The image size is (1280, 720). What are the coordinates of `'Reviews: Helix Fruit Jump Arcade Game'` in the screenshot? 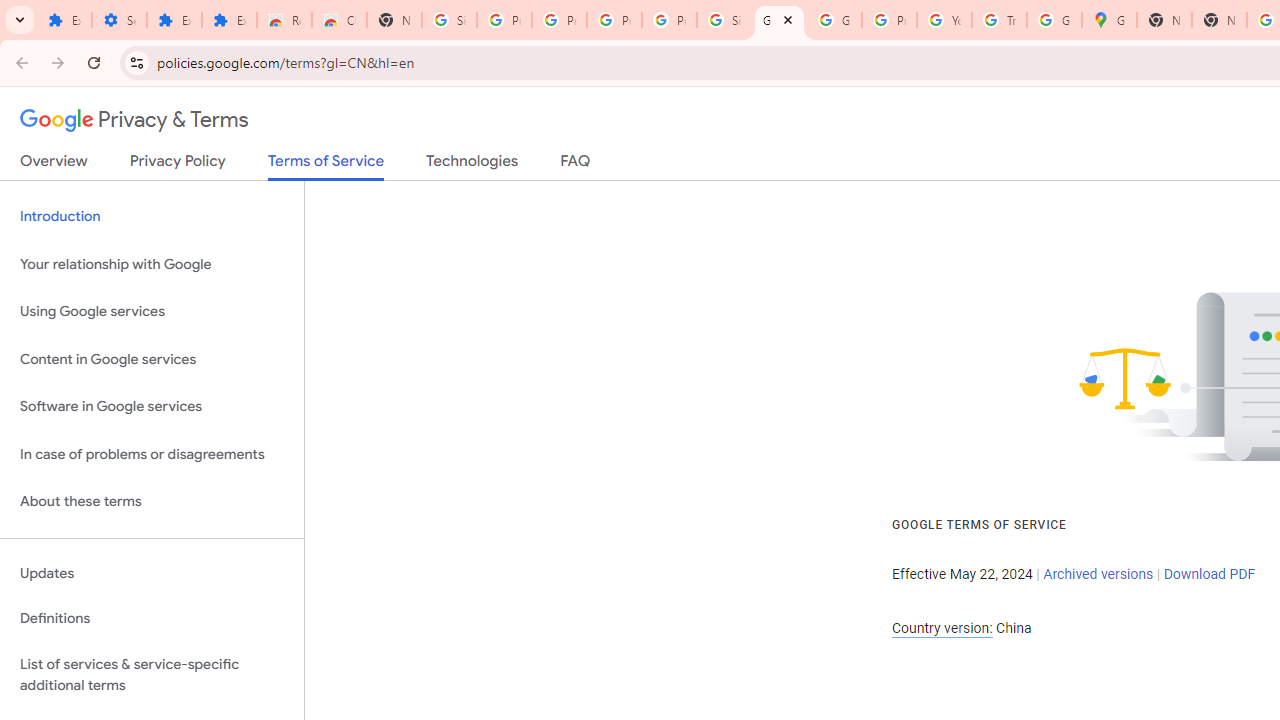 It's located at (283, 20).